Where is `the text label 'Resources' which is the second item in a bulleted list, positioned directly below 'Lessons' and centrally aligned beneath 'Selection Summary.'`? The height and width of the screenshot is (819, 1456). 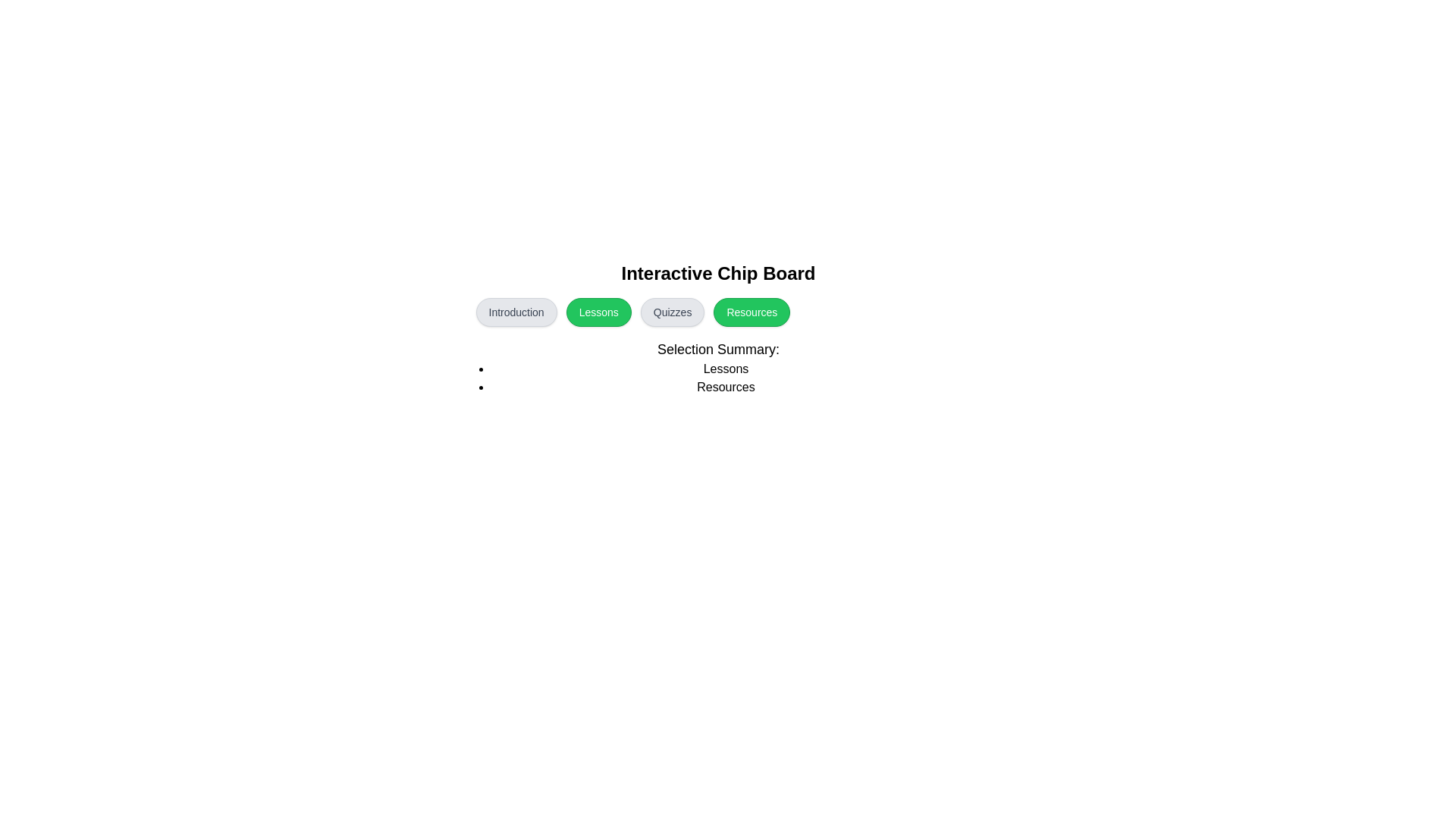 the text label 'Resources' which is the second item in a bulleted list, positioned directly below 'Lessons' and centrally aligned beneath 'Selection Summary.' is located at coordinates (725, 386).